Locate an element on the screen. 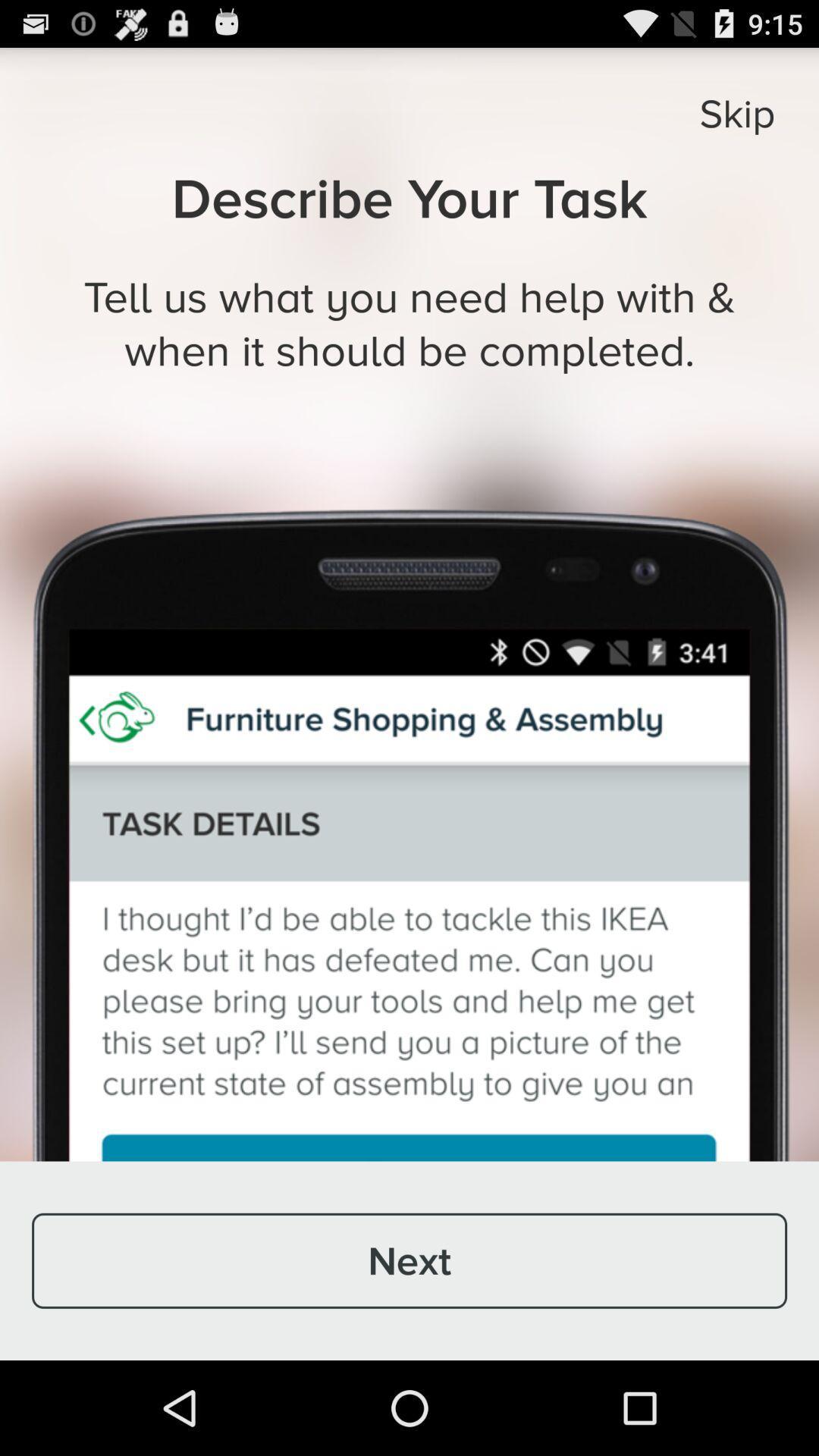 The height and width of the screenshot is (1456, 819). skip icon is located at coordinates (736, 112).